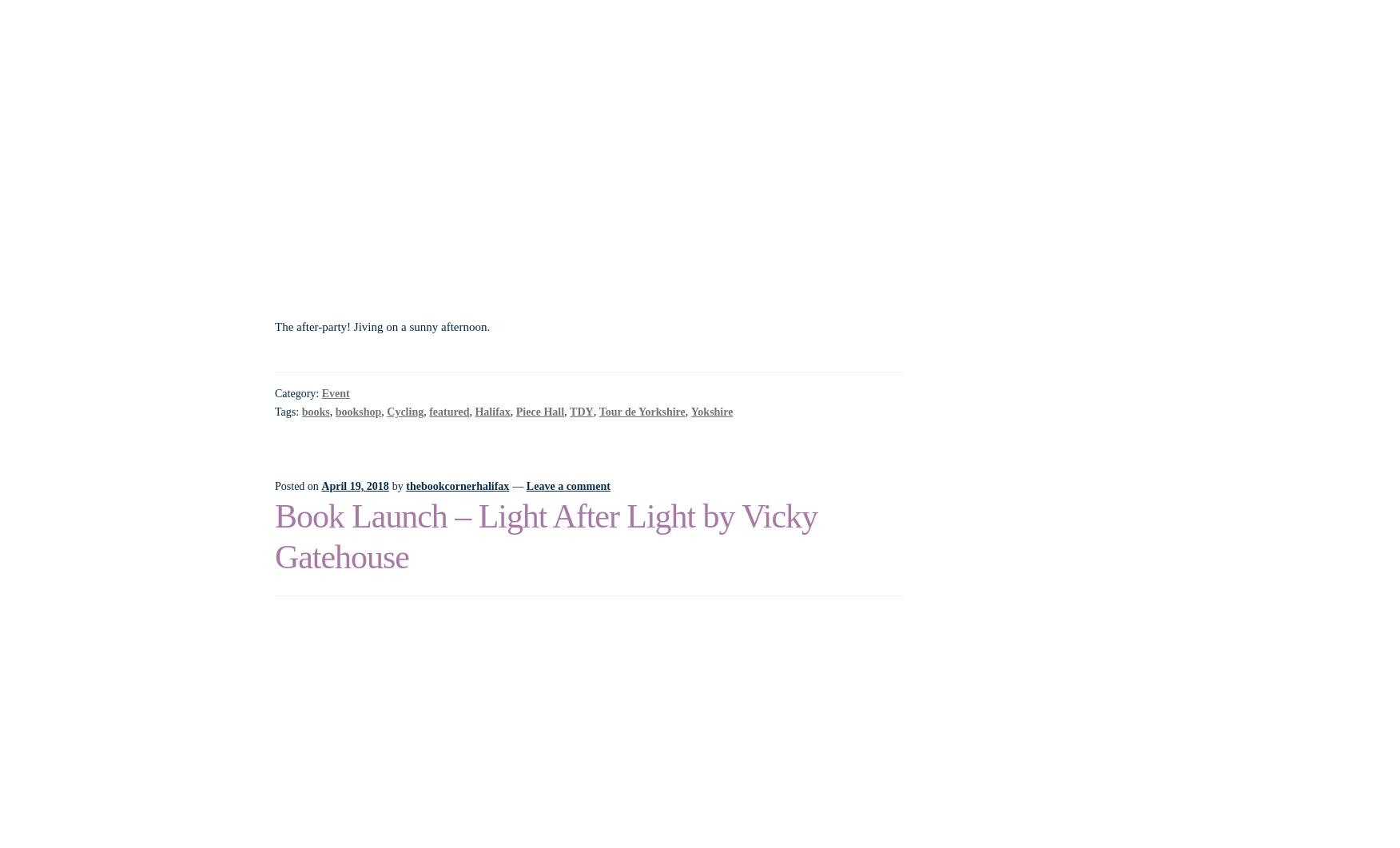 This screenshot has height=848, width=1400. What do you see at coordinates (357, 411) in the screenshot?
I see `'bookshop'` at bounding box center [357, 411].